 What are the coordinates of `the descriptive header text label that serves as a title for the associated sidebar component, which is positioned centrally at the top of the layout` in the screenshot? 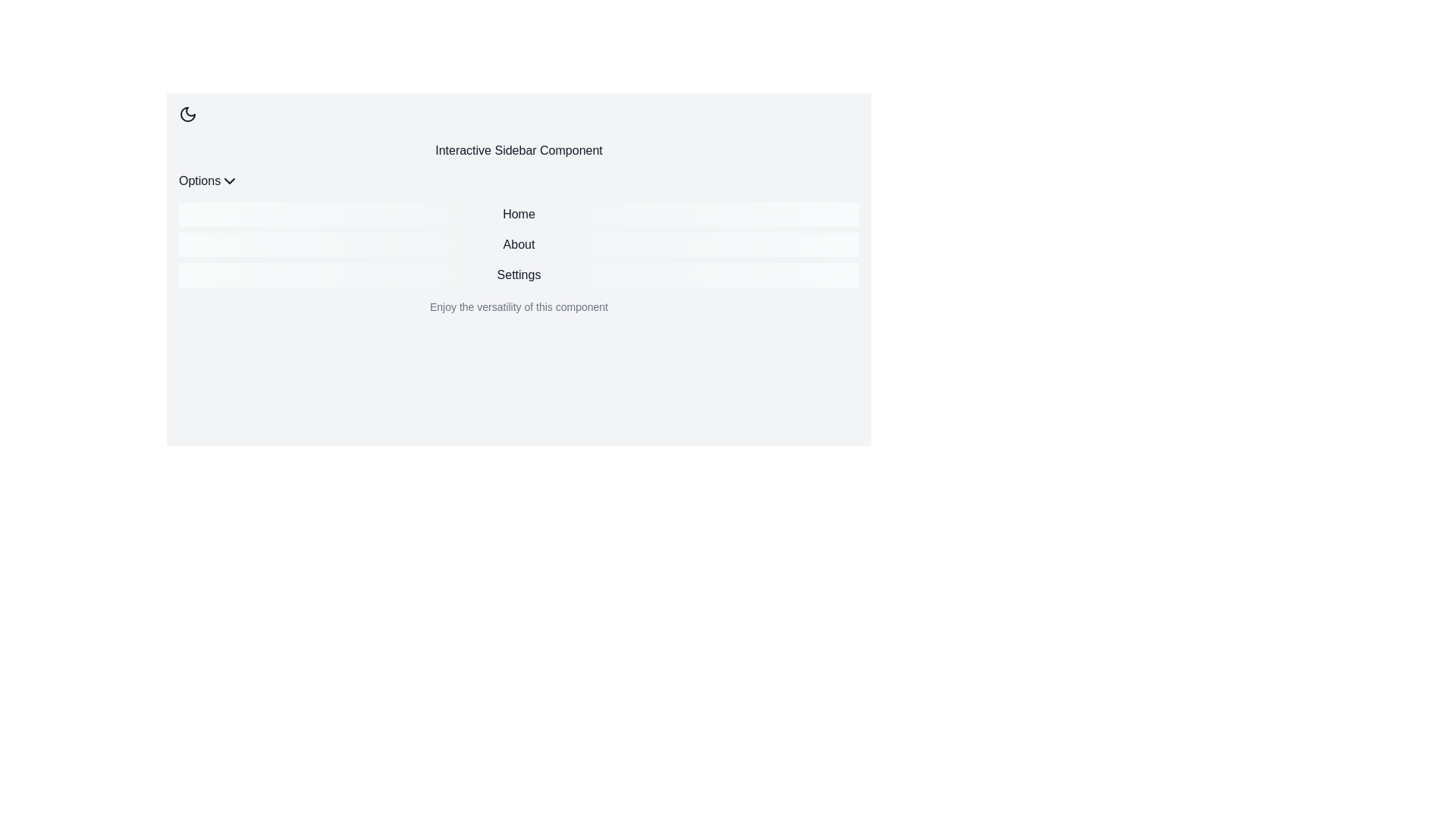 It's located at (519, 151).